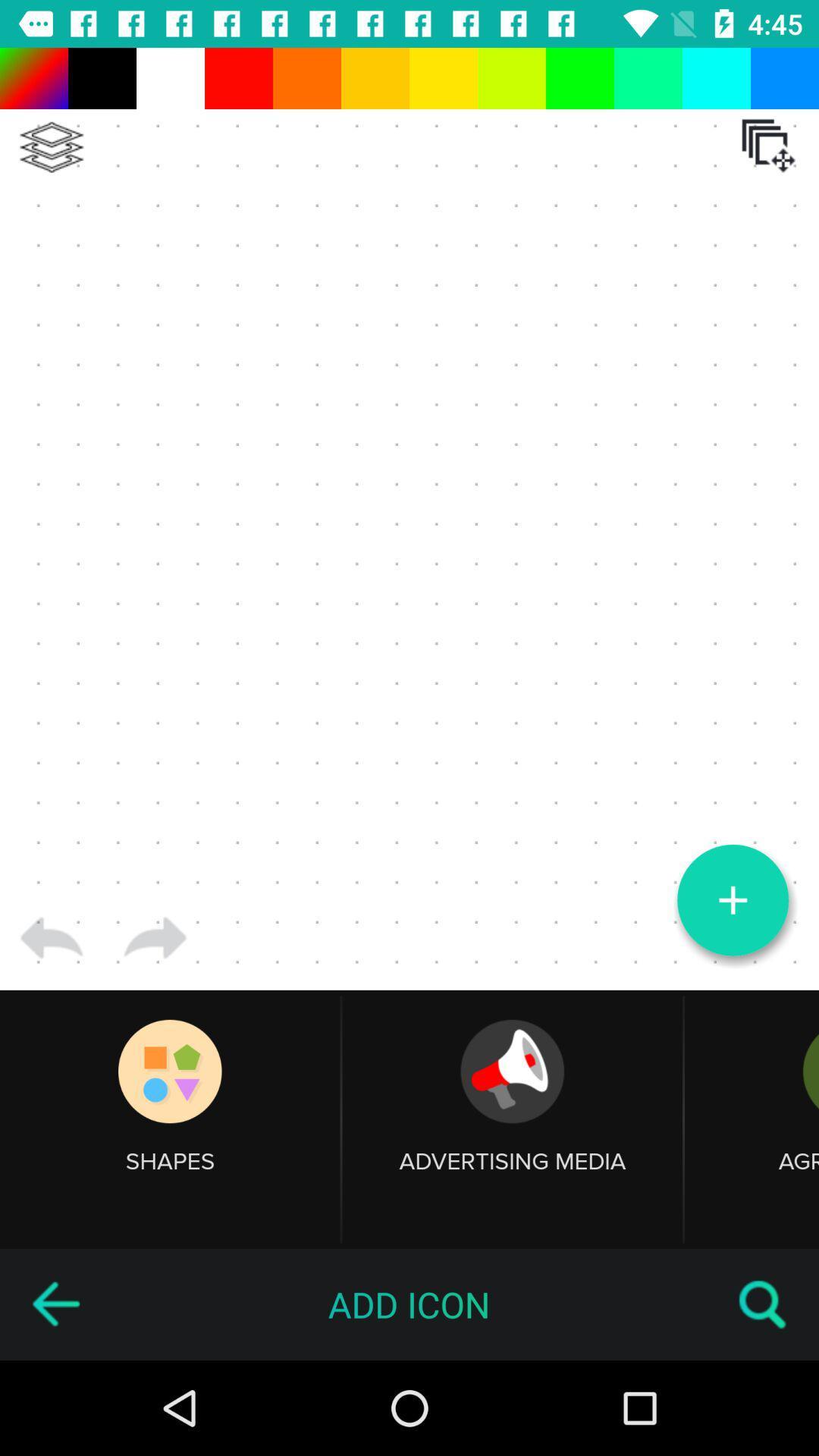  What do you see at coordinates (409, 519) in the screenshot?
I see `drawing in this field` at bounding box center [409, 519].